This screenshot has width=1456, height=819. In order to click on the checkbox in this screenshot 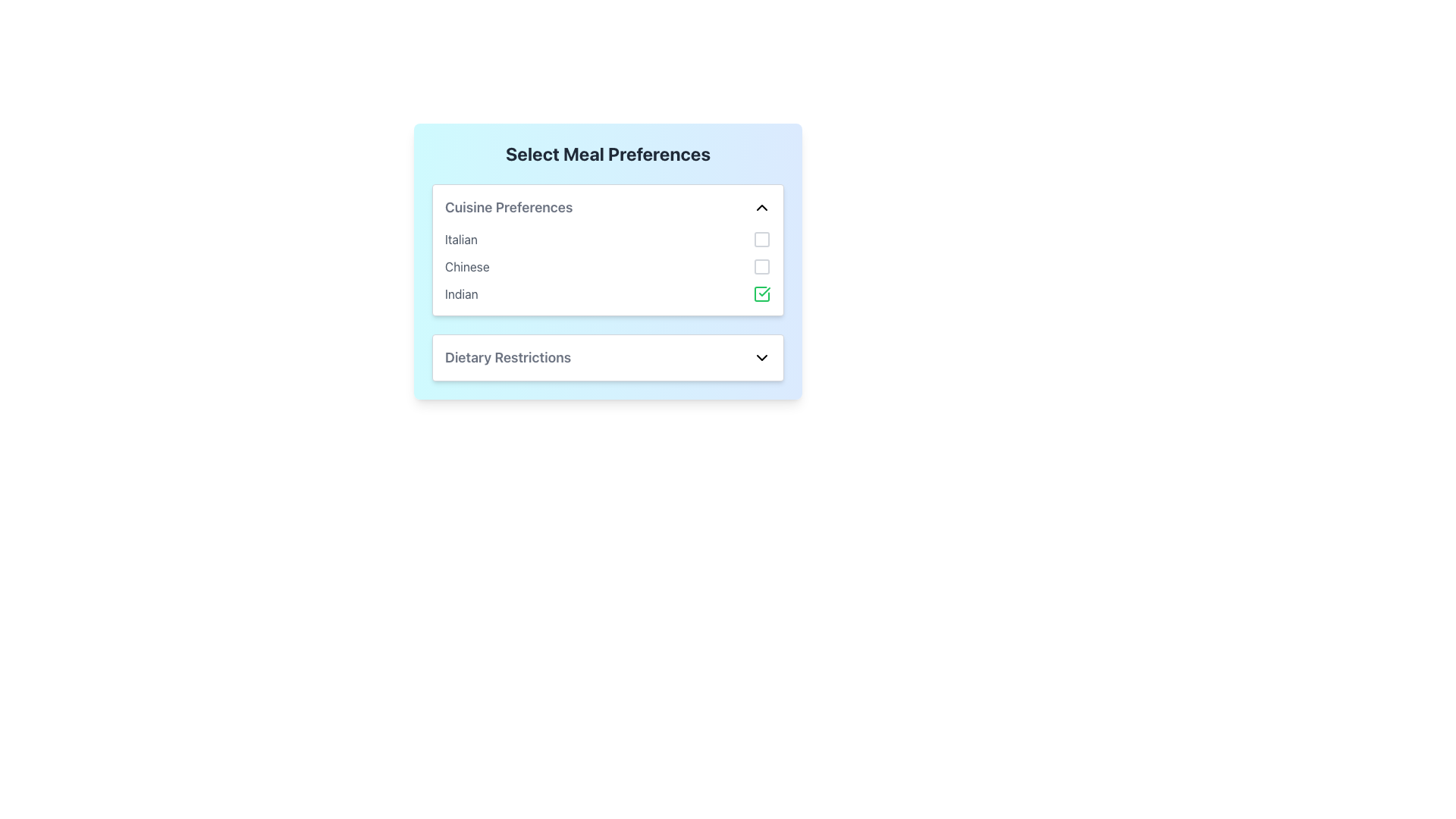, I will do `click(761, 265)`.